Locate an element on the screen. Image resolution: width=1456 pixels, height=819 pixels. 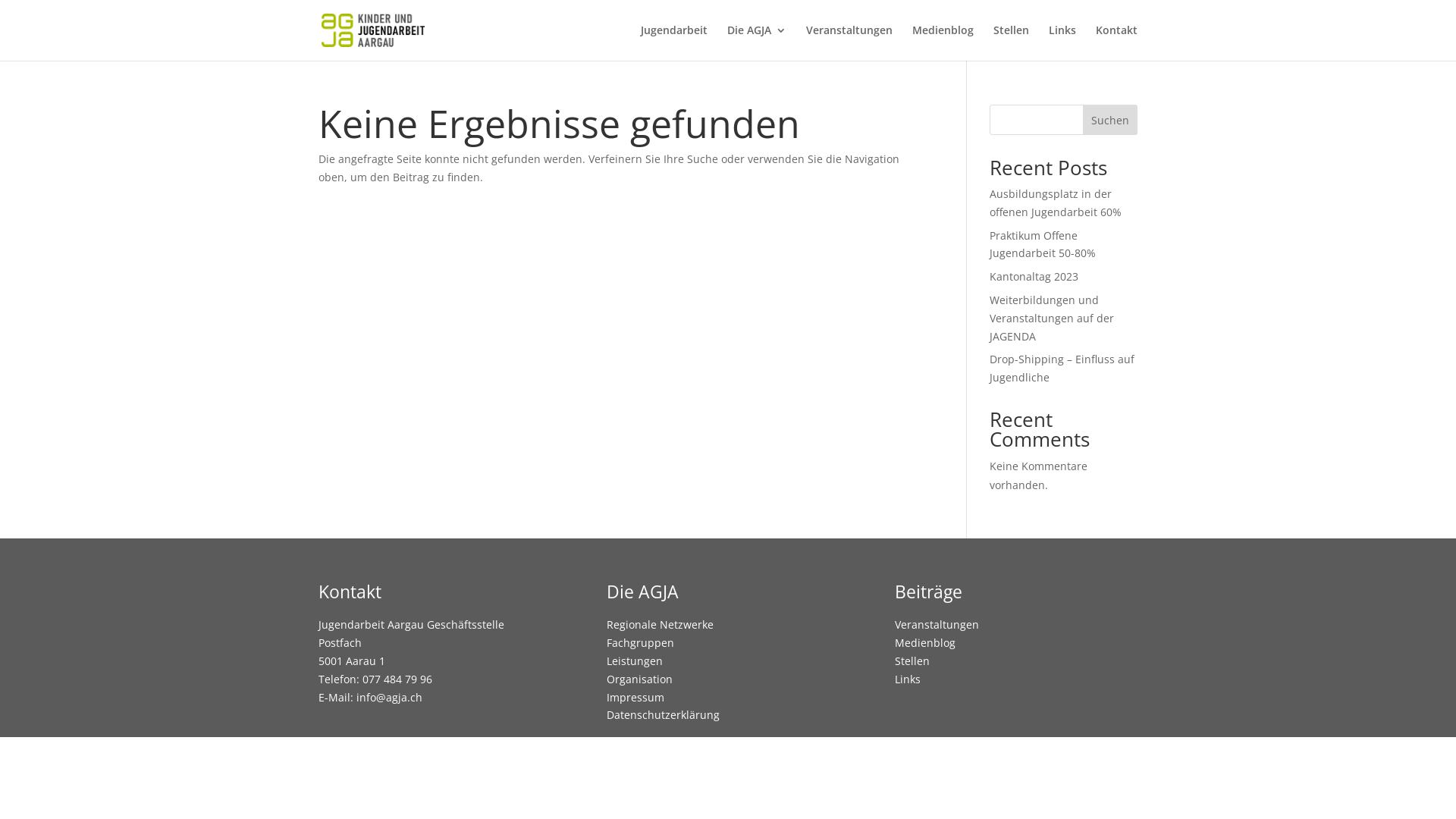
'Veranstaltungen' is located at coordinates (936, 624).